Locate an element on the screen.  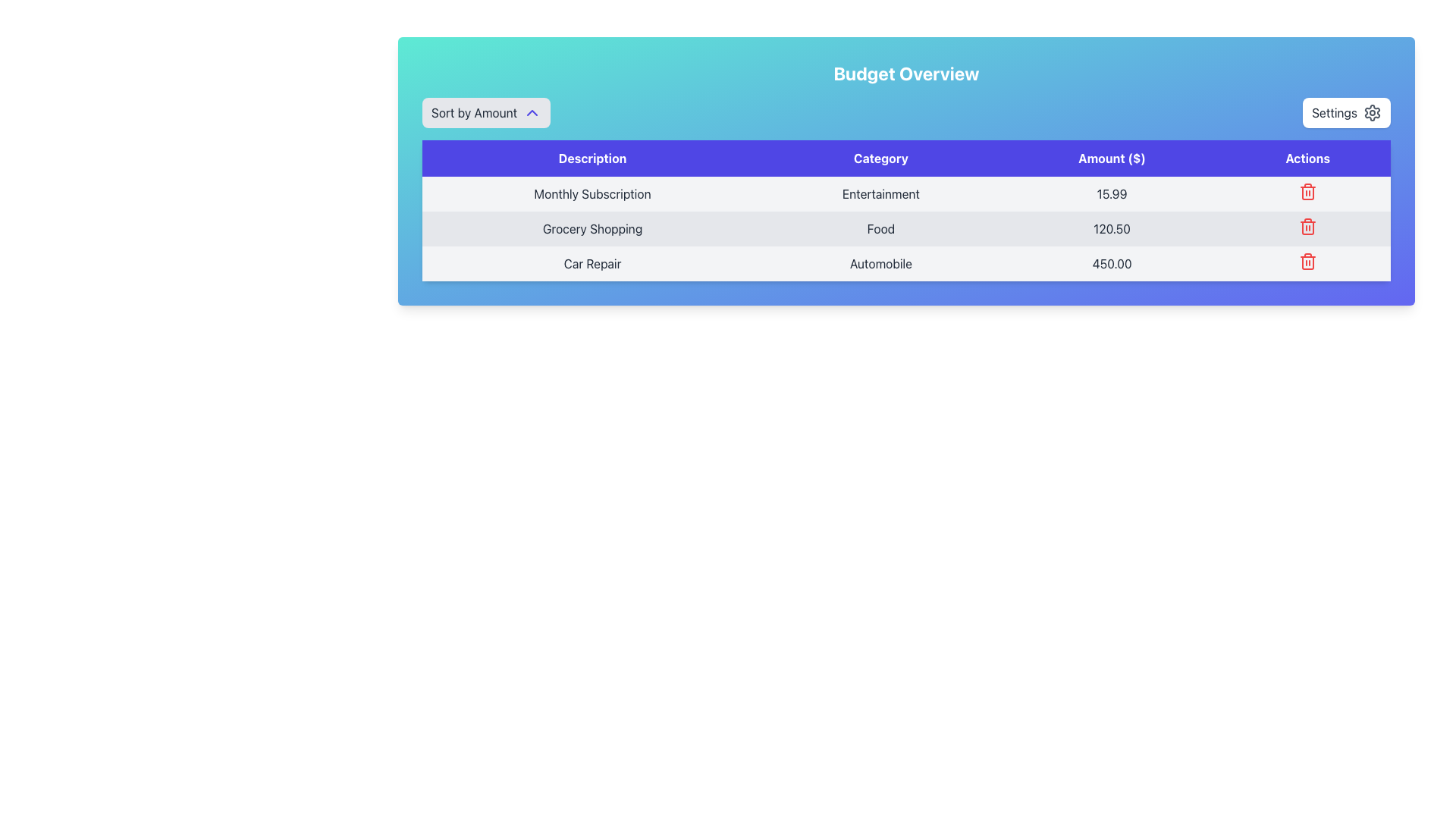
the delete button located in the 'Actions' column of the second row in the table, adjacent to the 'Grocery Shopping' row under the 'Description' column is located at coordinates (1306, 227).